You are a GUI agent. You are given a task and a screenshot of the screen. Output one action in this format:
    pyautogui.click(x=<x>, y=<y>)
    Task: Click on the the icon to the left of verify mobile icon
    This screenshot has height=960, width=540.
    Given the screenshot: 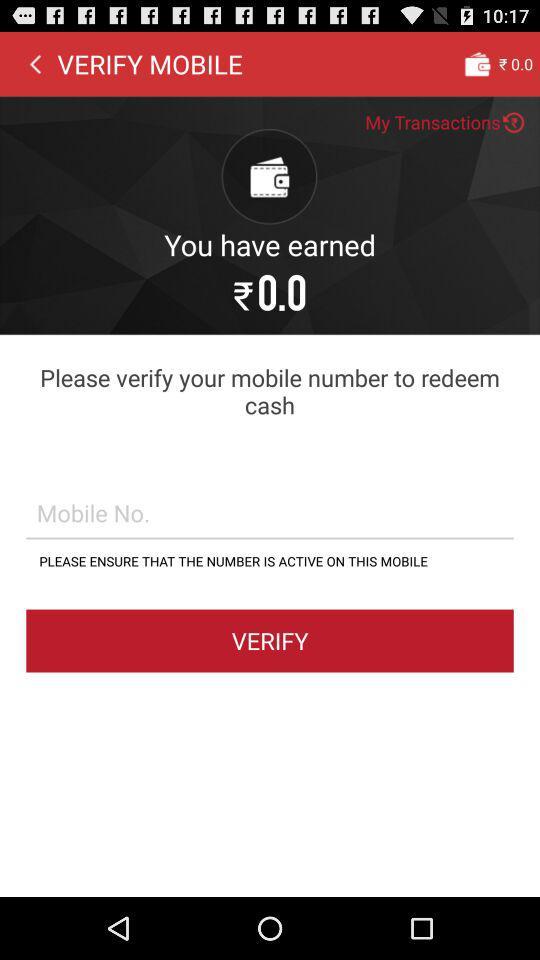 What is the action you would take?
    pyautogui.click(x=35, y=63)
    